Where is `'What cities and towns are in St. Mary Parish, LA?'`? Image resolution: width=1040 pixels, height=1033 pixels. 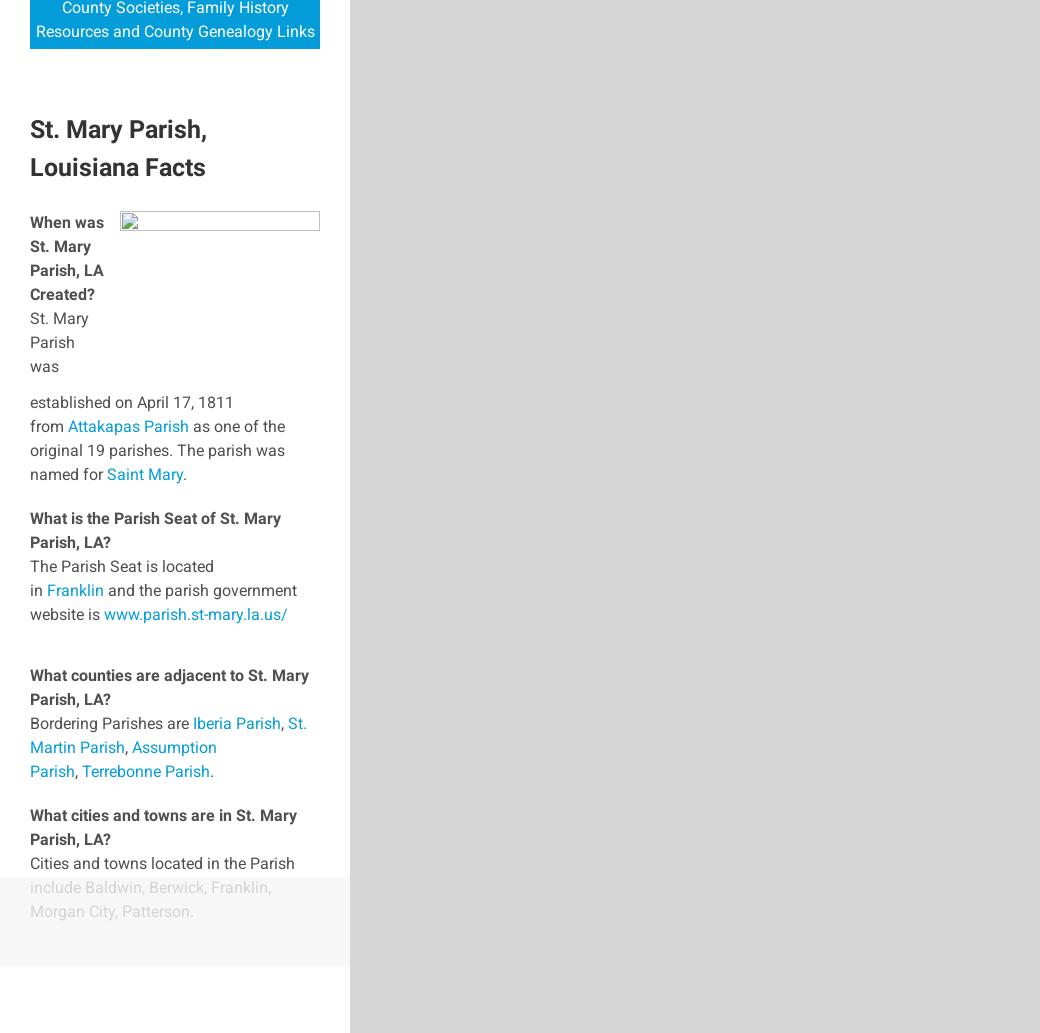
'What cities and towns are in St. Mary Parish, LA?' is located at coordinates (163, 826).